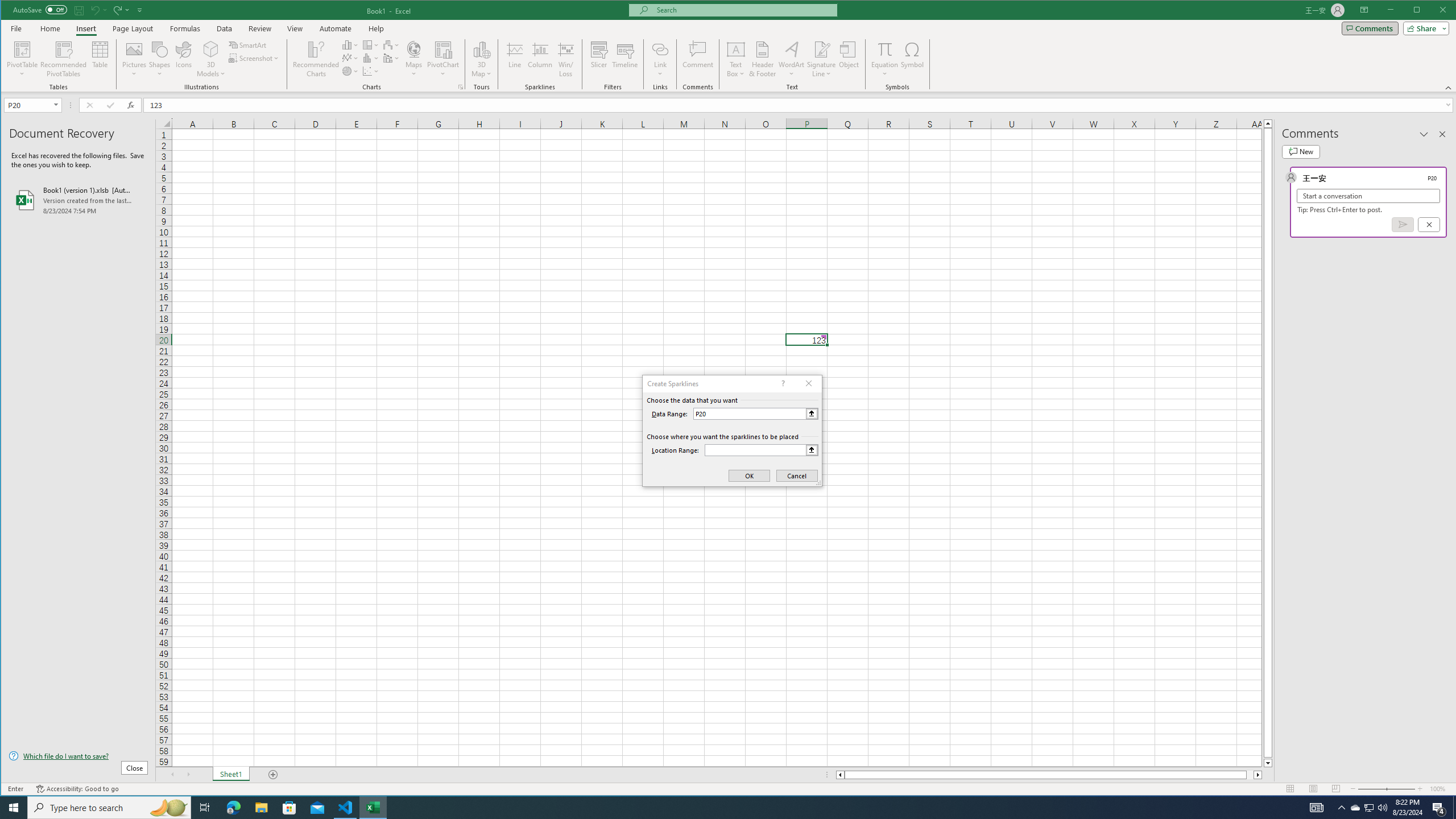 Image resolution: width=1456 pixels, height=819 pixels. What do you see at coordinates (659, 48) in the screenshot?
I see `'Link'` at bounding box center [659, 48].